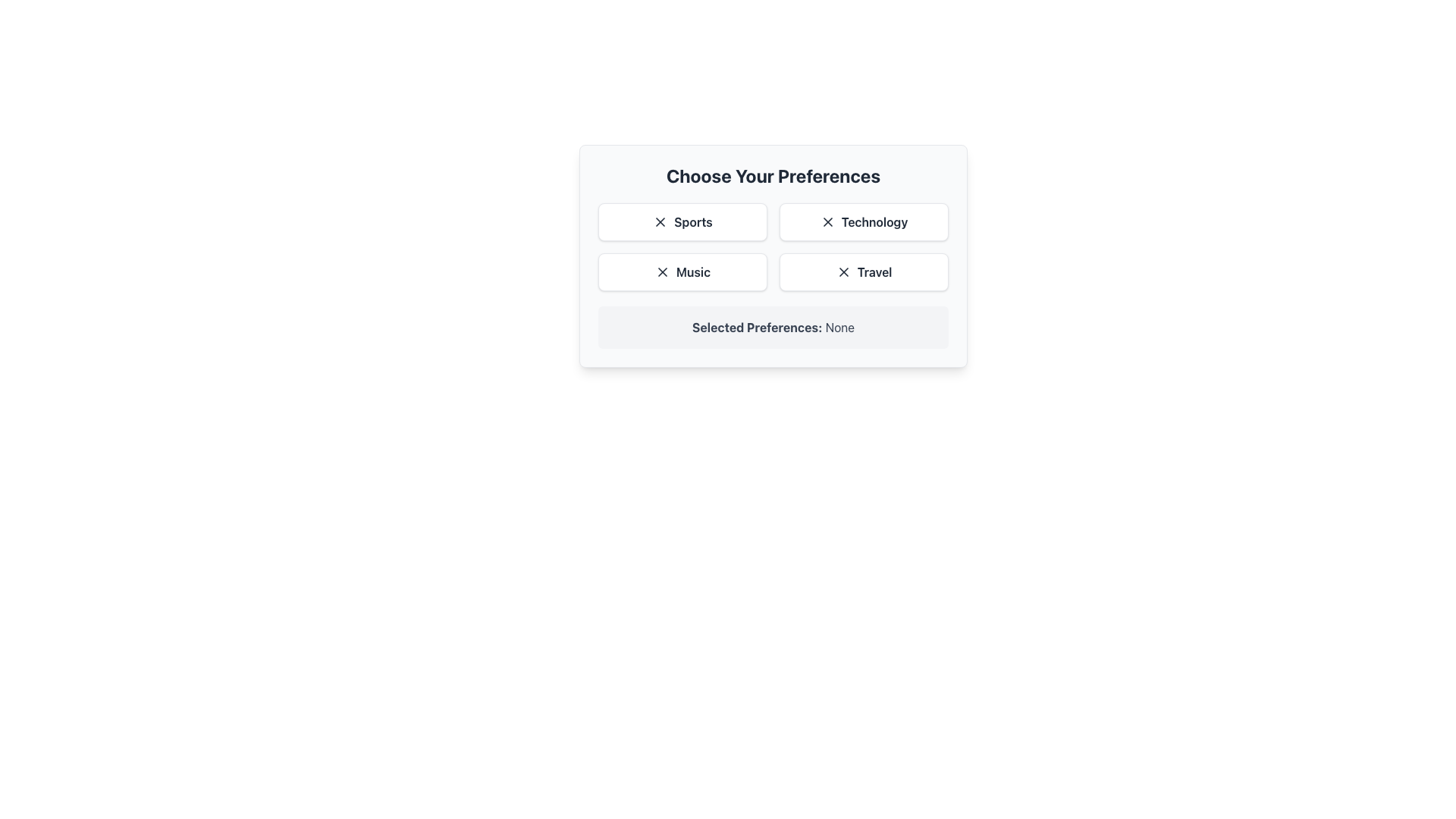 The width and height of the screenshot is (1456, 819). I want to click on the 'Sports' preference button located in the 'Choose Your Preferences' grid layout, so click(682, 222).